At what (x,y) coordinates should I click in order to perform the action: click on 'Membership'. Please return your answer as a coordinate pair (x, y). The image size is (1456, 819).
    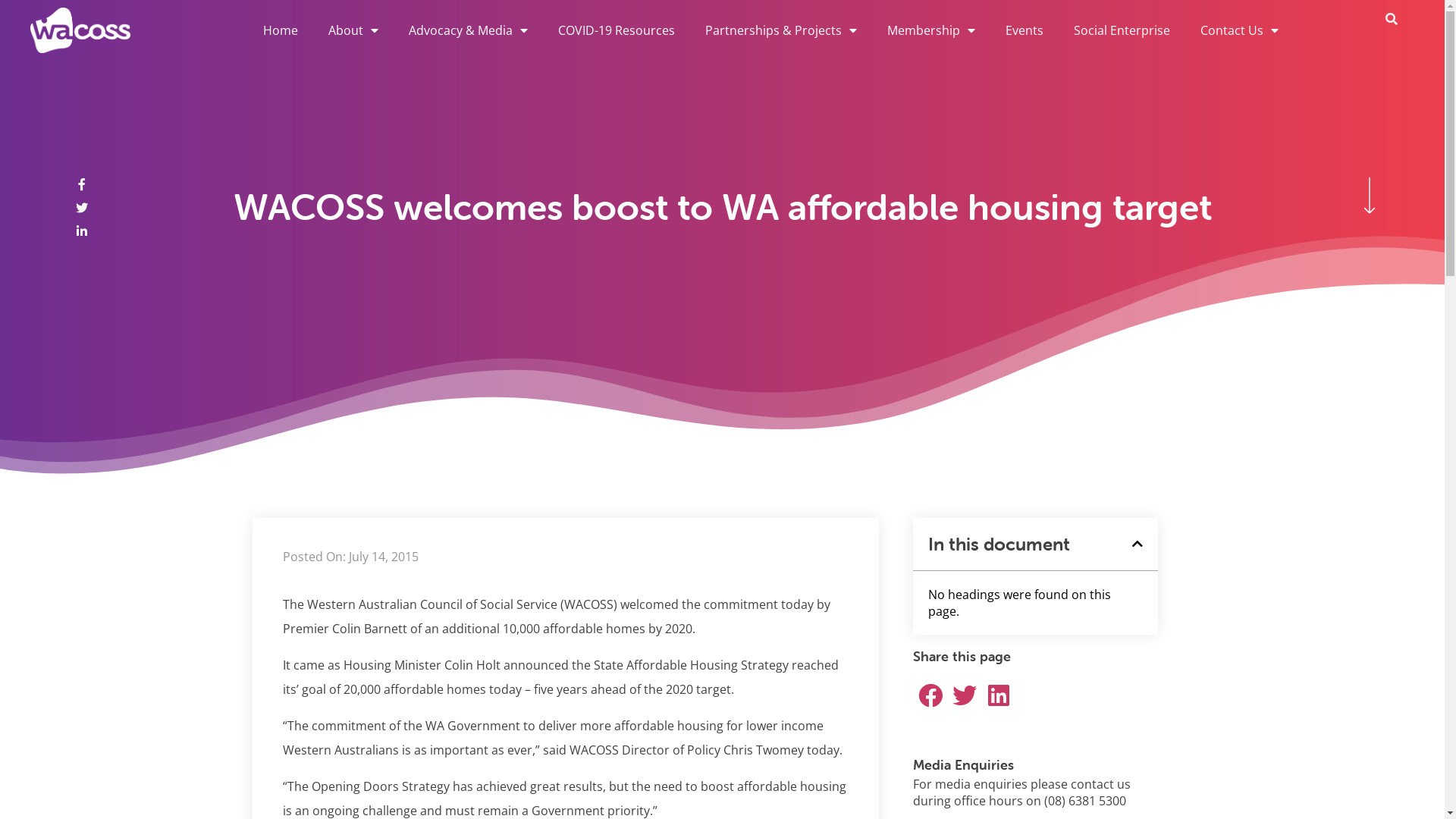
    Looking at the image, I should click on (930, 30).